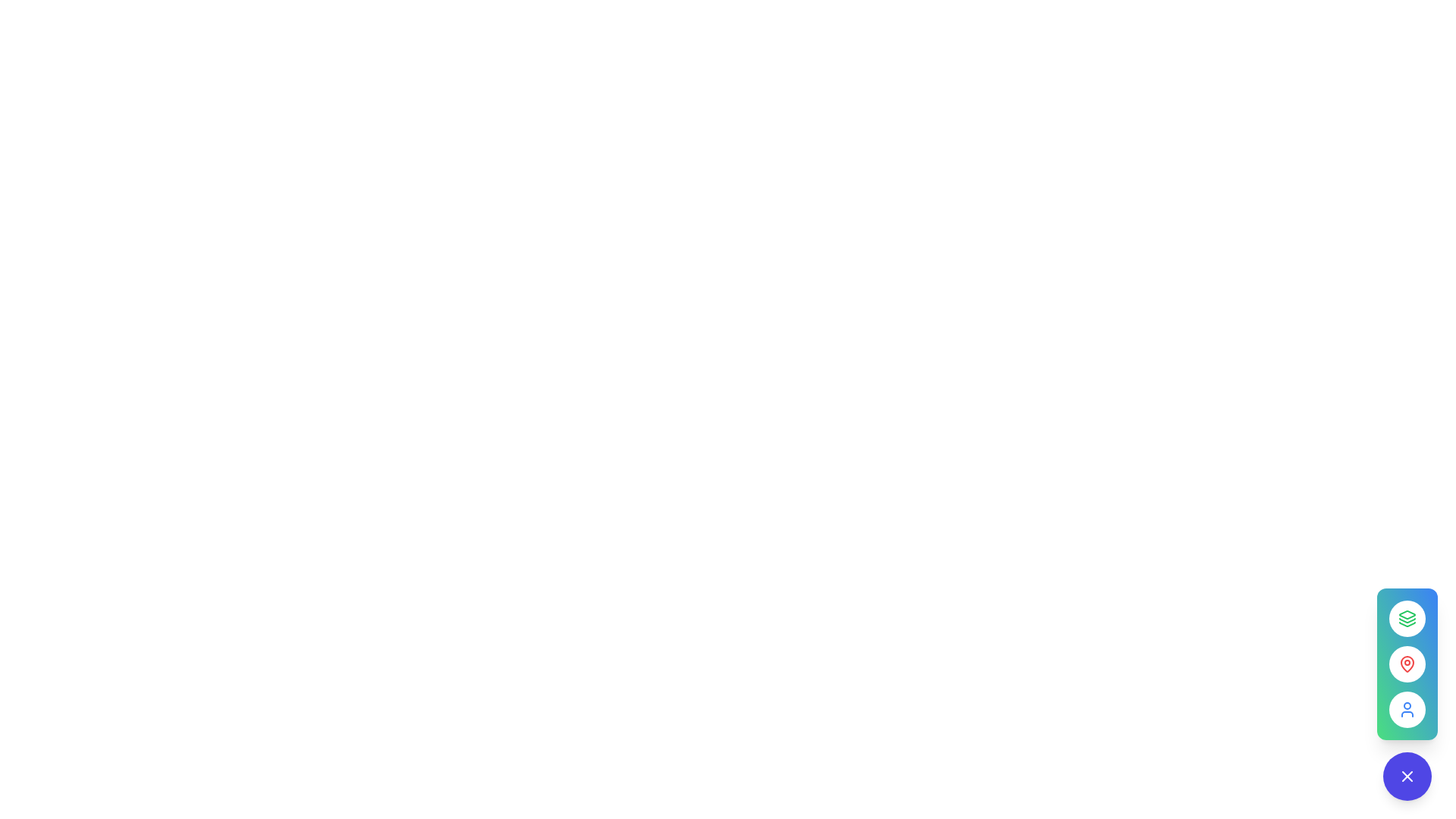  I want to click on the second icon from the top in the vertical stack on the right side of the interface, which visually represents a location pin, so click(1407, 663).